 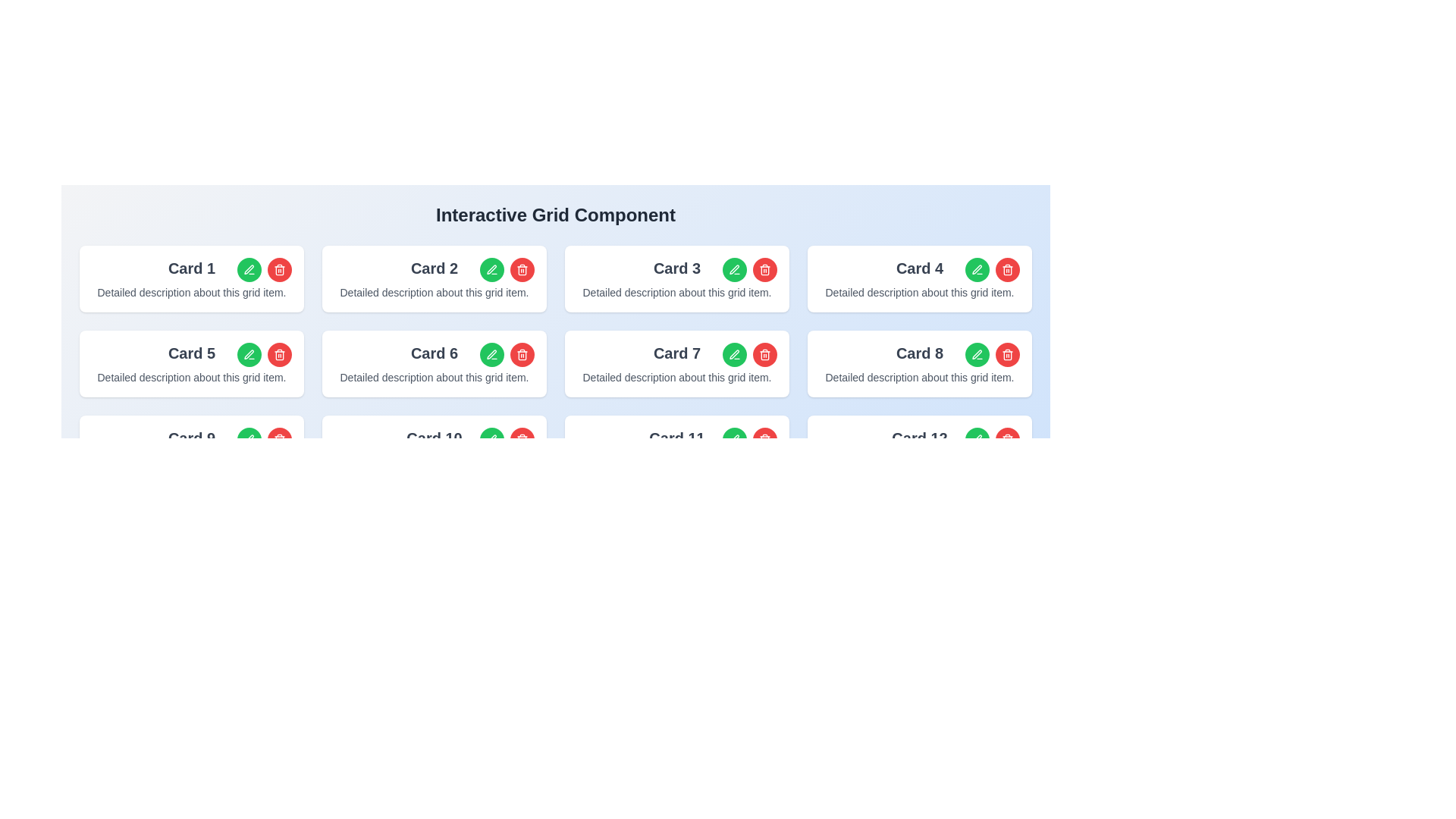 I want to click on the edit icon represented by a pen shape located within 'Card 8' in the interactive grid layout, so click(x=977, y=354).